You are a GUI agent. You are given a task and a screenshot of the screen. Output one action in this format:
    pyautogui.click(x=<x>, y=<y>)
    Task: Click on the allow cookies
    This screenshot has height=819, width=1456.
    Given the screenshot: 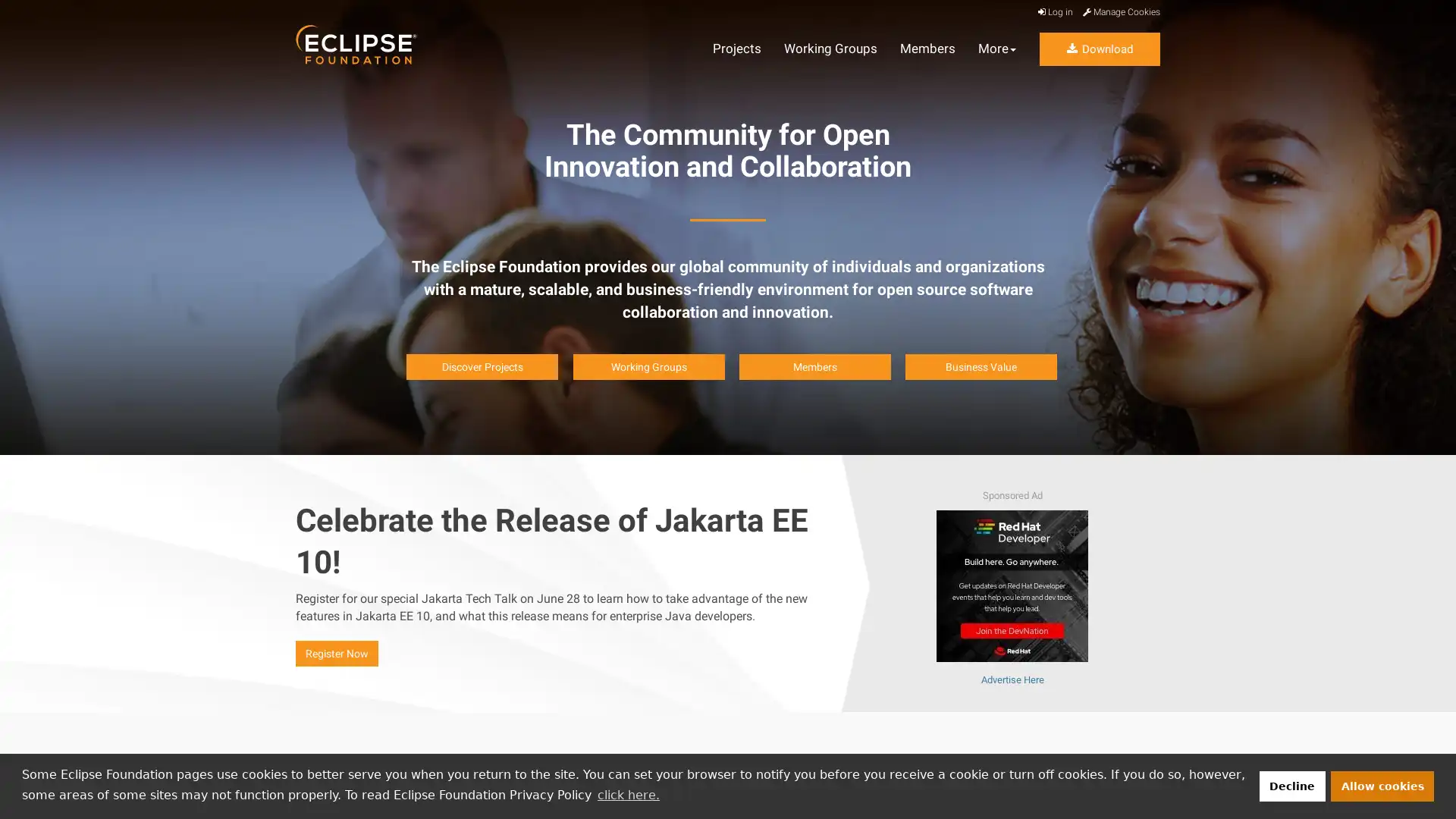 What is the action you would take?
    pyautogui.click(x=1382, y=785)
    